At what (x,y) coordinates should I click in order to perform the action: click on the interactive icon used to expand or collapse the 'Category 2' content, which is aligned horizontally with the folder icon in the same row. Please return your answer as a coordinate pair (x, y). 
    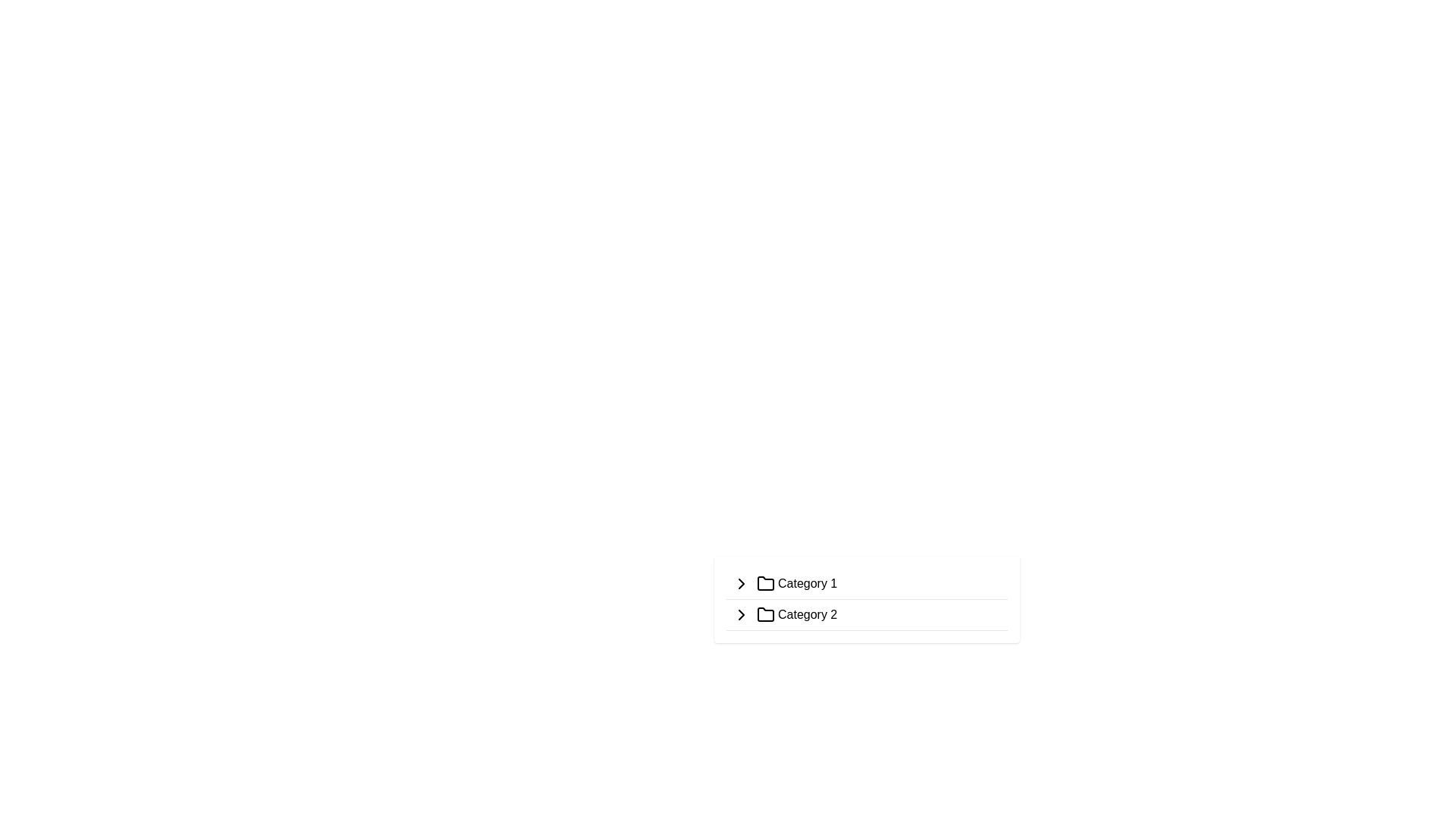
    Looking at the image, I should click on (742, 614).